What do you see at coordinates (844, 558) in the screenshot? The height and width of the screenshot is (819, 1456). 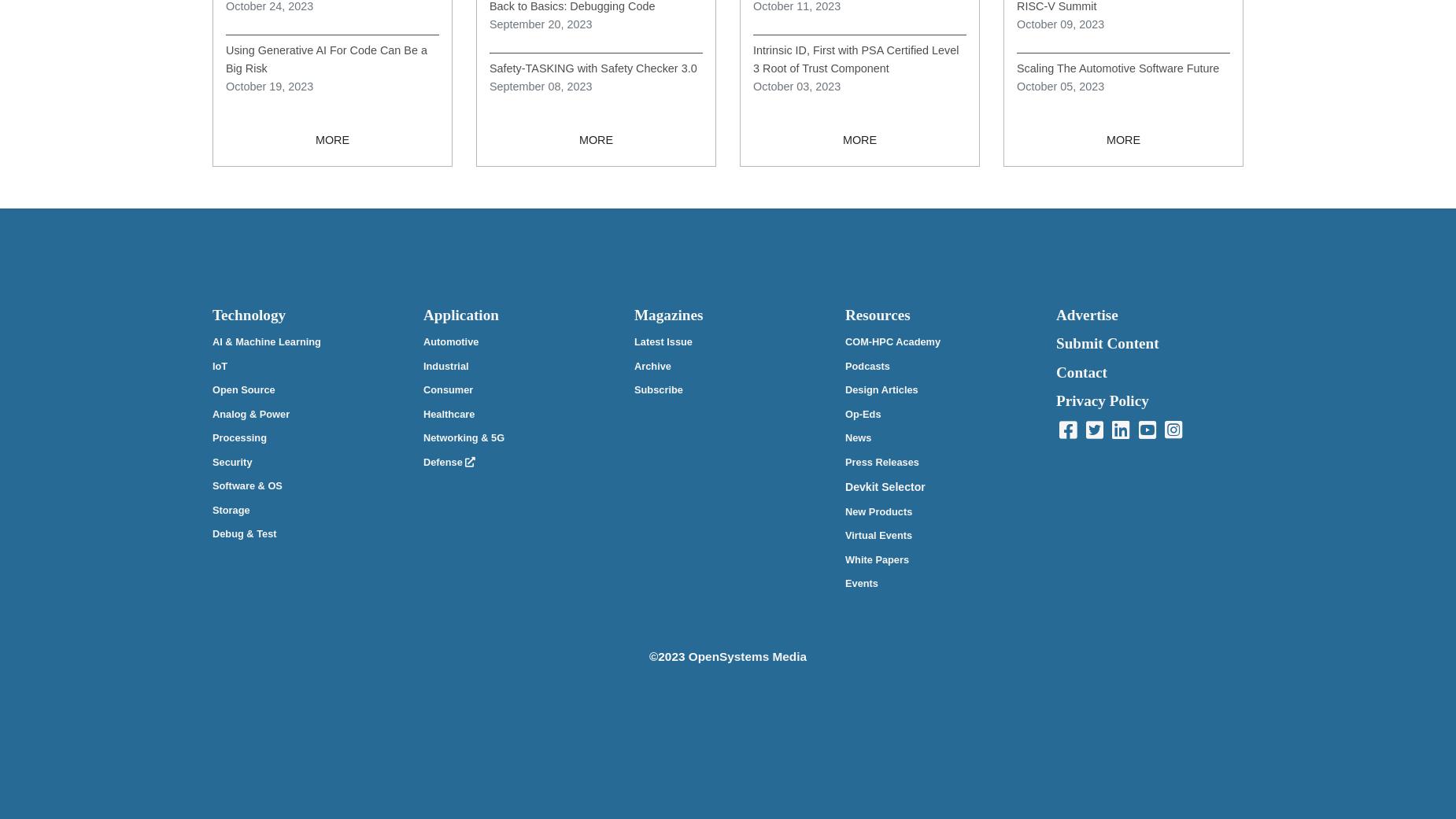 I see `'White Papers'` at bounding box center [844, 558].